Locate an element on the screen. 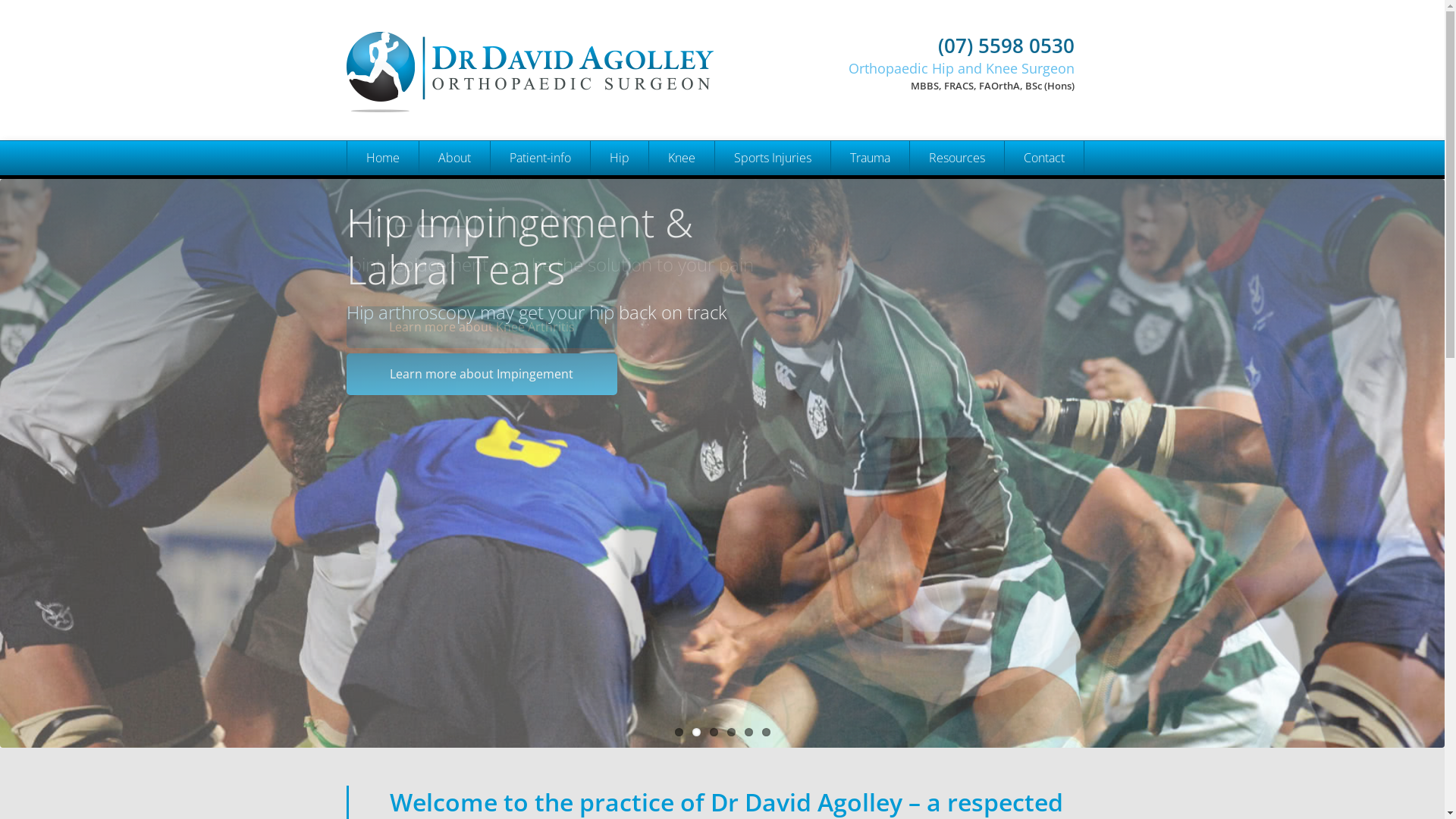 The image size is (1456, 819). 'Learn more about Impingement' is located at coordinates (480, 374).